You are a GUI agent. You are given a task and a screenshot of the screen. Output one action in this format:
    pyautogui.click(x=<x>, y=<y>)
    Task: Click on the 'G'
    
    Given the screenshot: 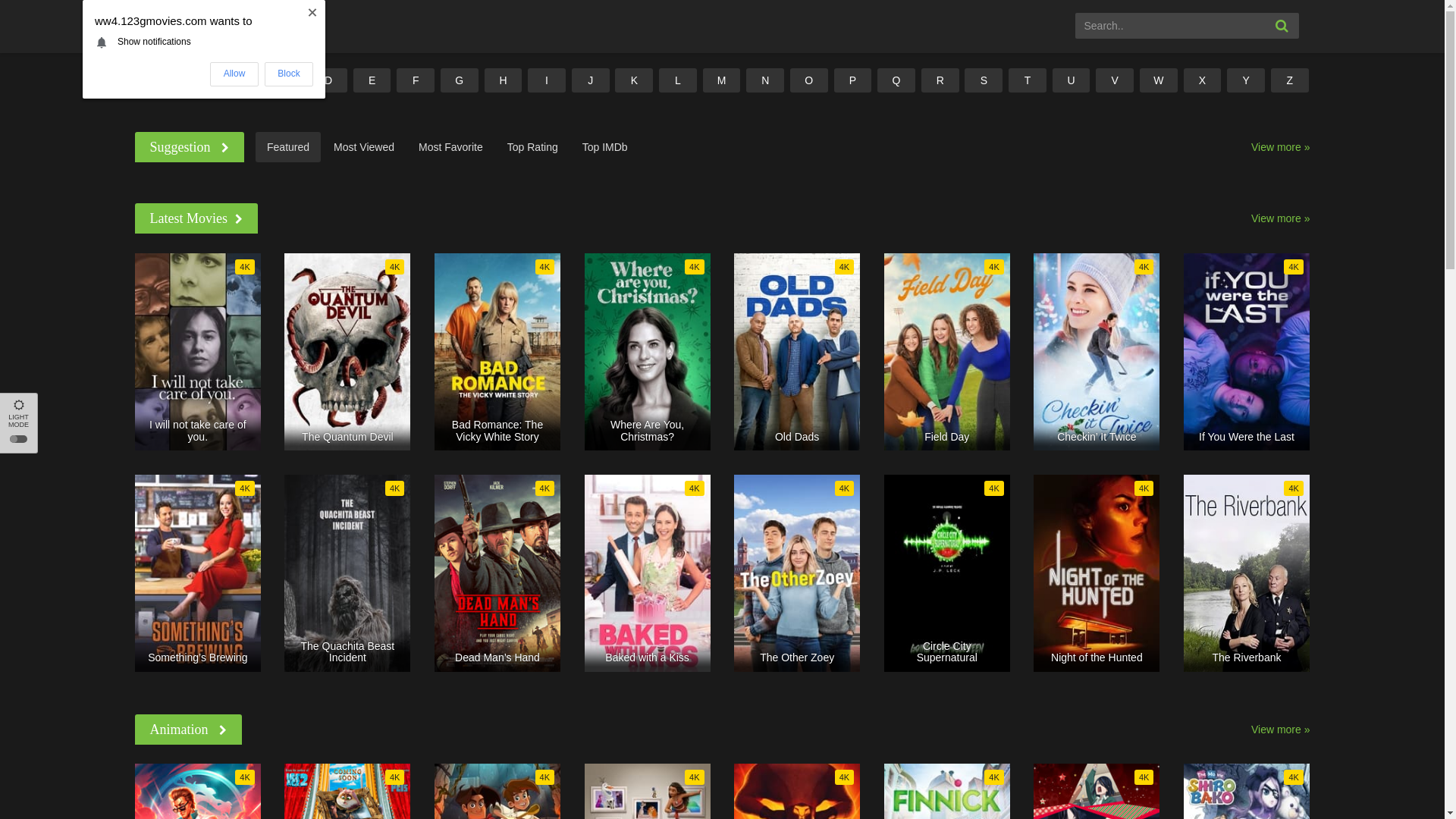 What is the action you would take?
    pyautogui.click(x=458, y=80)
    